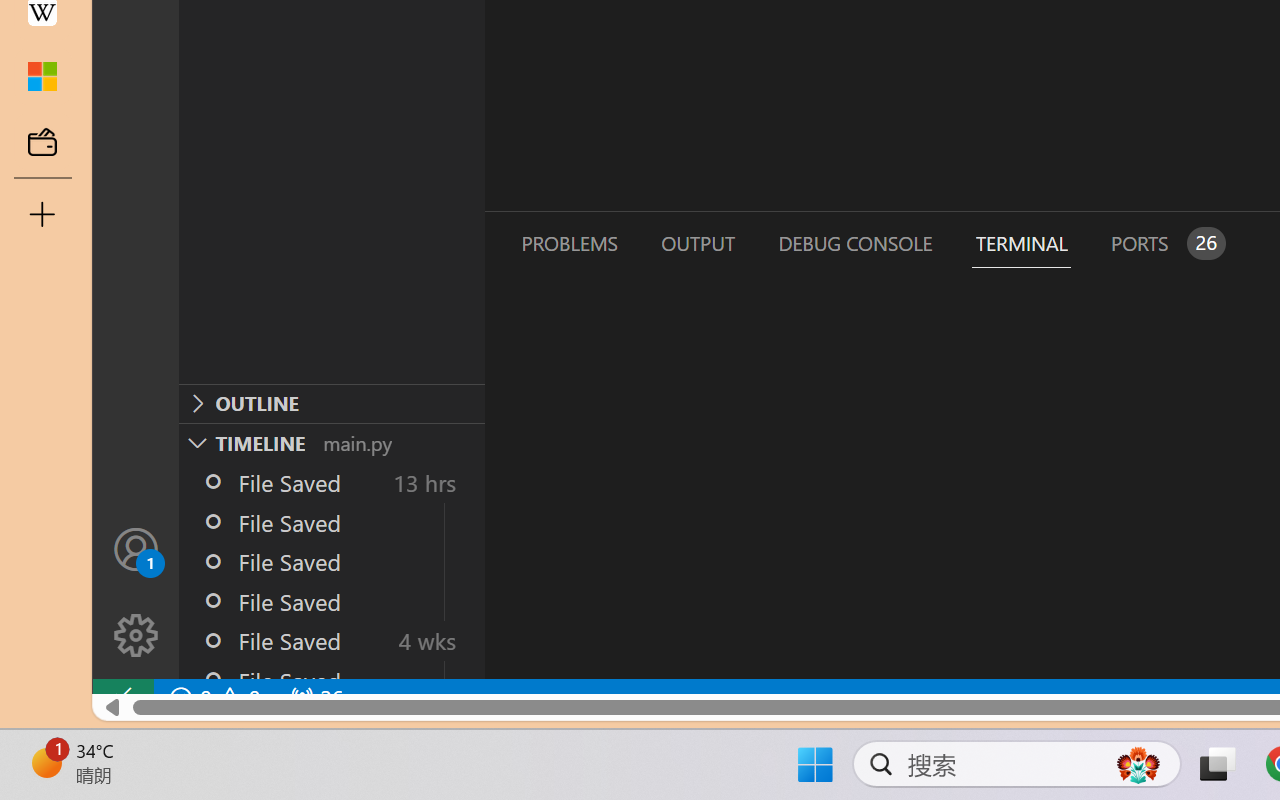  I want to click on 'Terminal (Ctrl+`)', so click(1021, 242).